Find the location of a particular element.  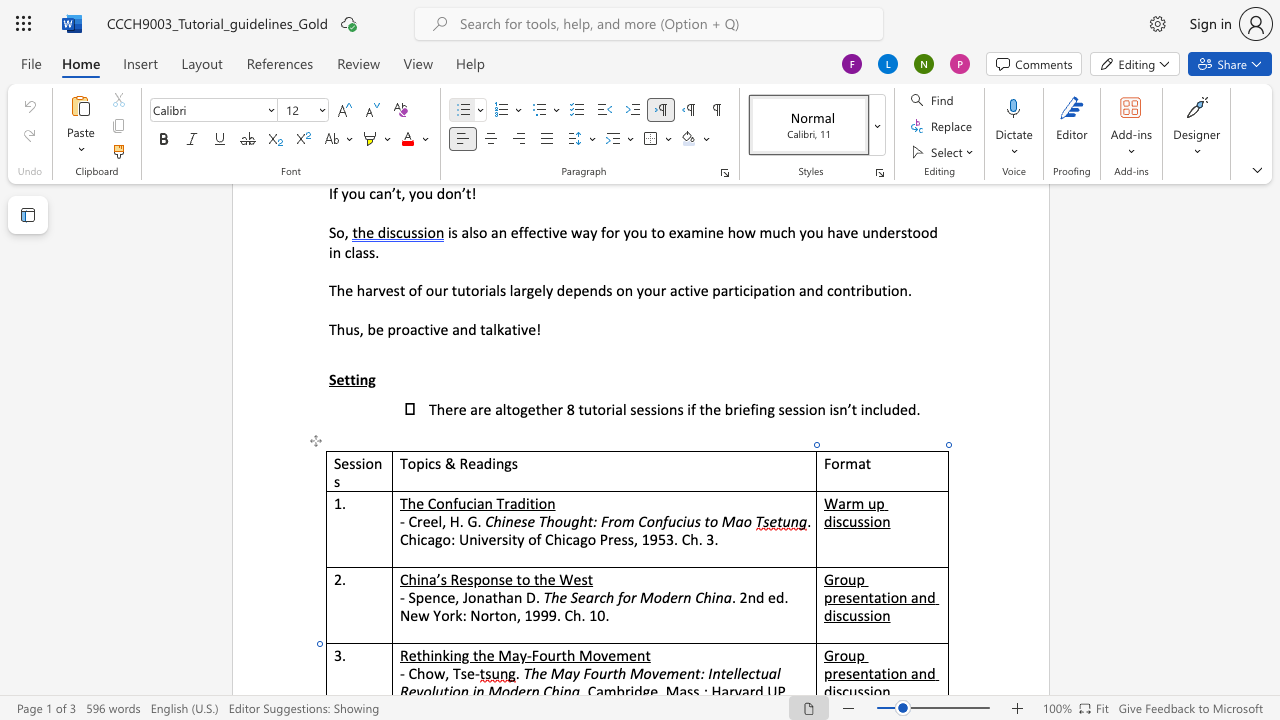

the space between the continuous character "a" and "d" in the text is located at coordinates (517, 502).